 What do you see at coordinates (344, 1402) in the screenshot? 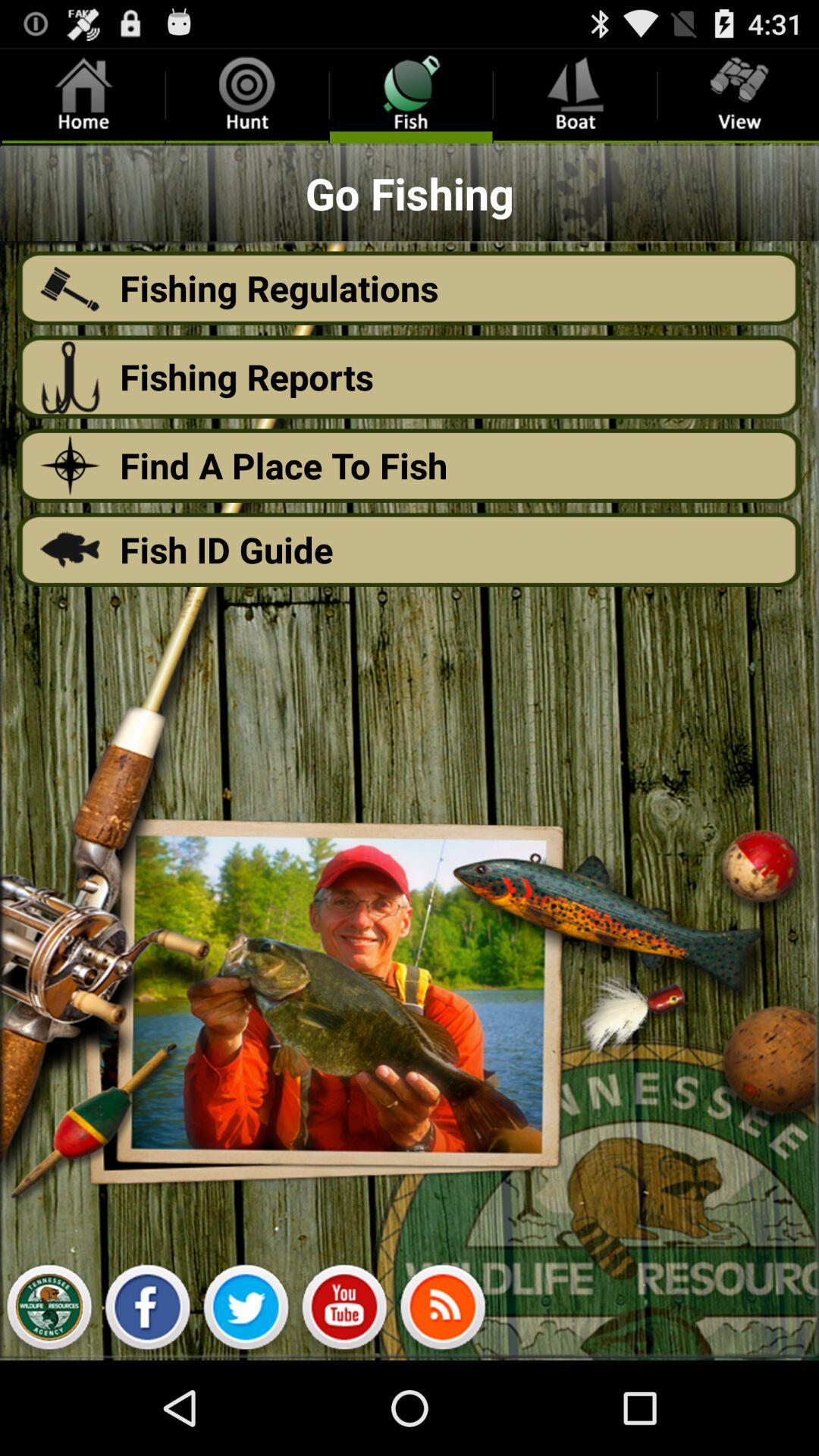
I see `the emoji icon` at bounding box center [344, 1402].